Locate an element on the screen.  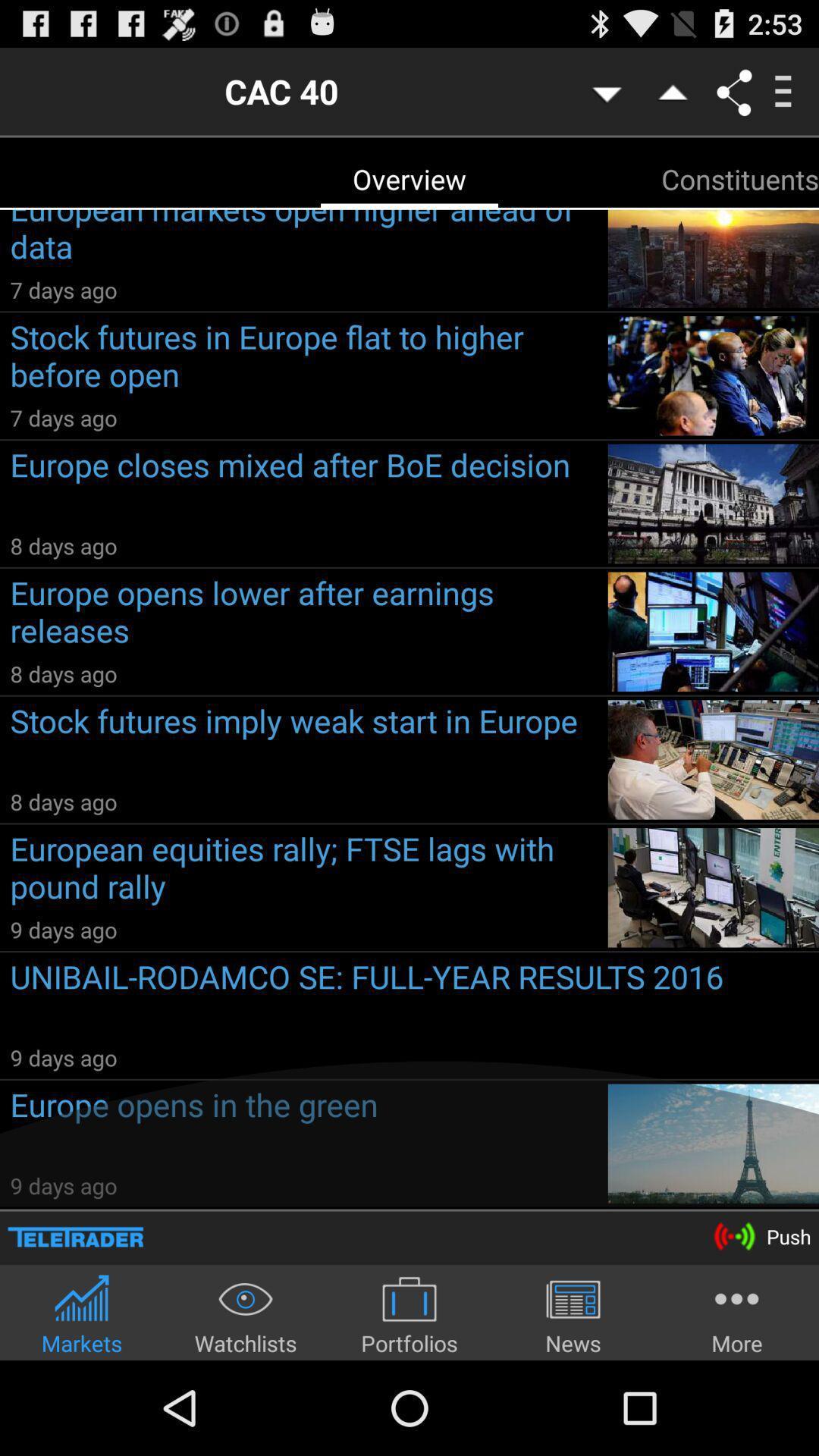
item to the right of the portfolios item is located at coordinates (573, 1313).